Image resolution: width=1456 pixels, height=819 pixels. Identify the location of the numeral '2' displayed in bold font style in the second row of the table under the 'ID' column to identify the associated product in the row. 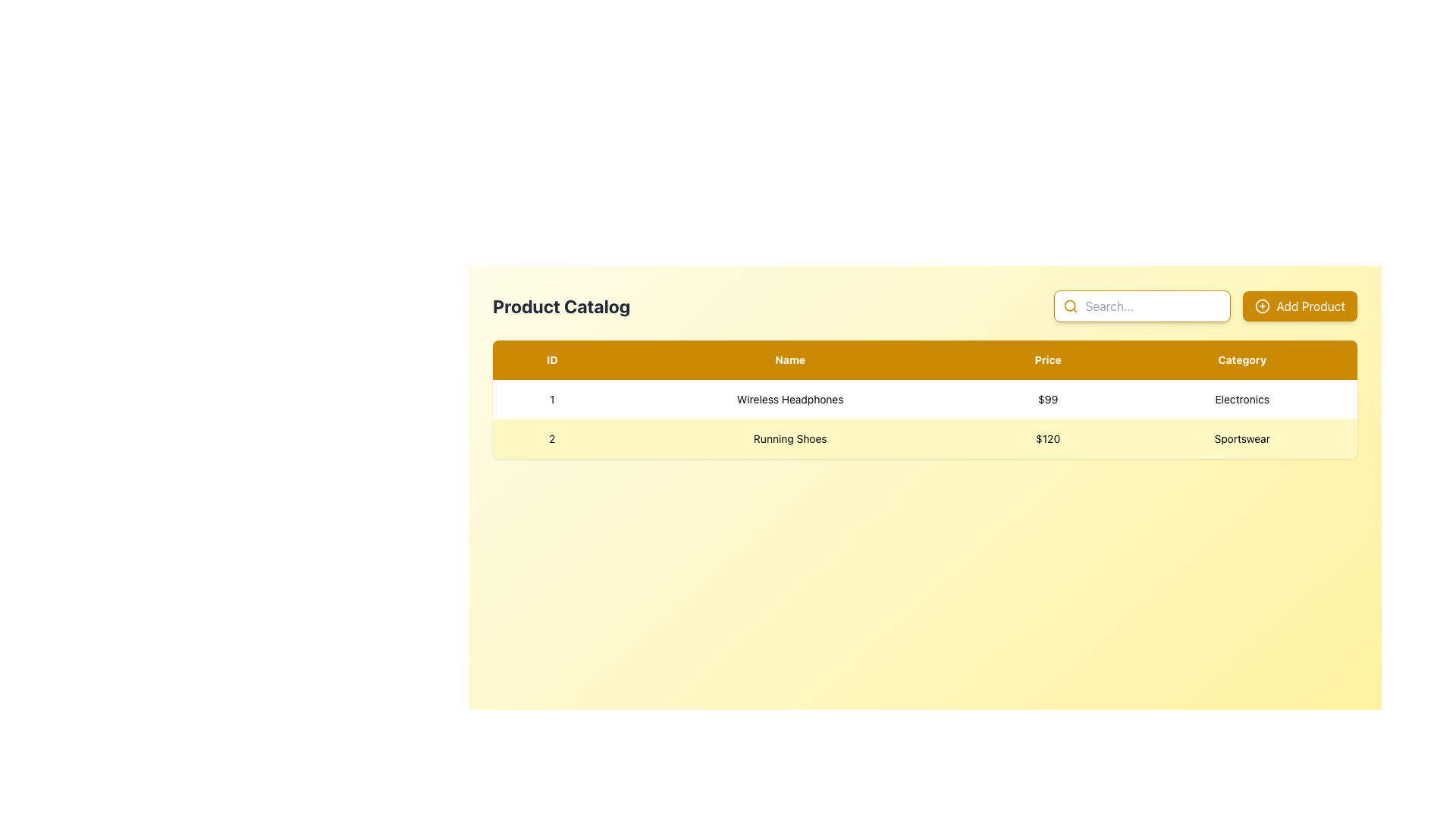
(551, 438).